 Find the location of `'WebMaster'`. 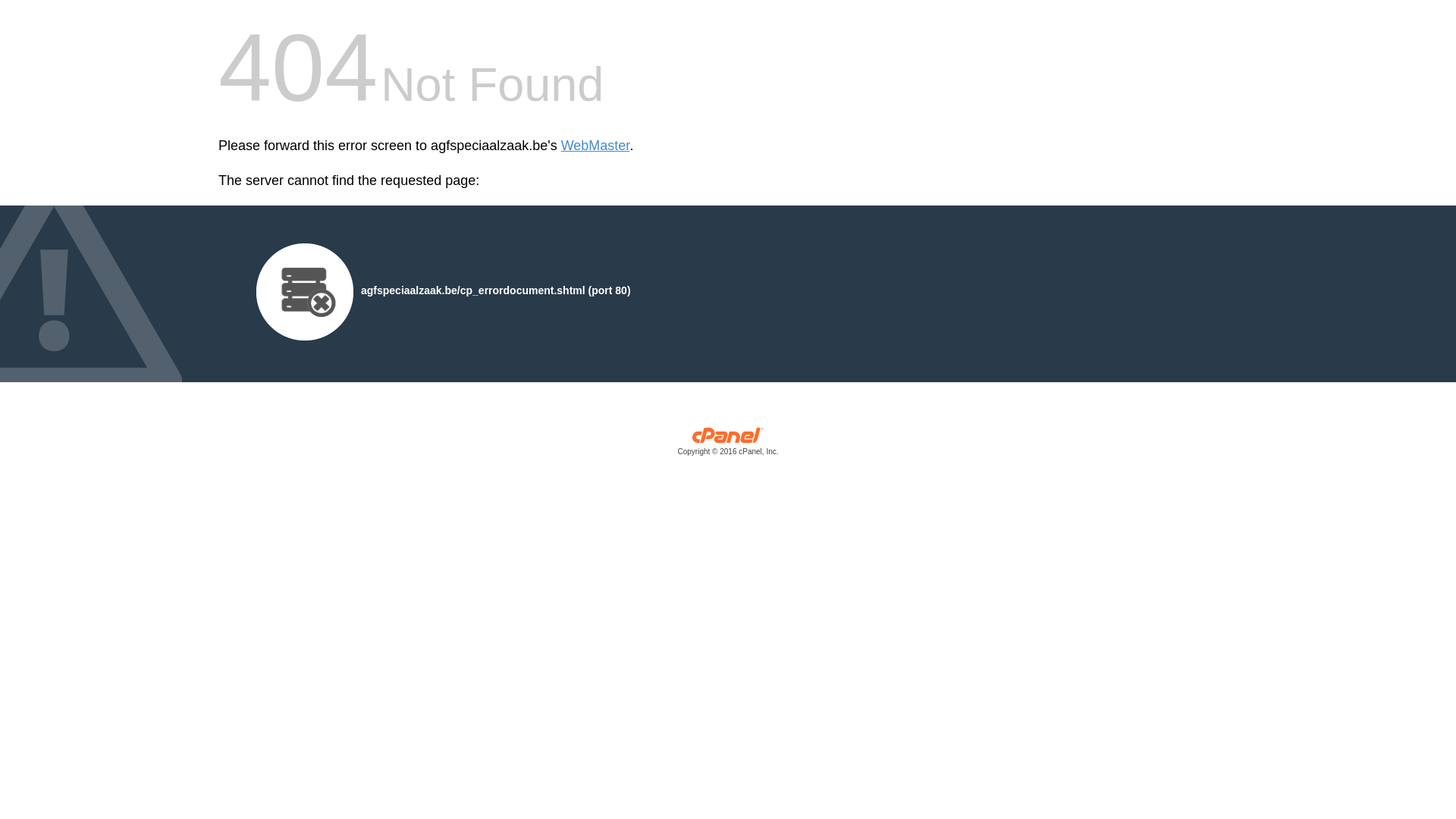

'WebMaster' is located at coordinates (560, 146).